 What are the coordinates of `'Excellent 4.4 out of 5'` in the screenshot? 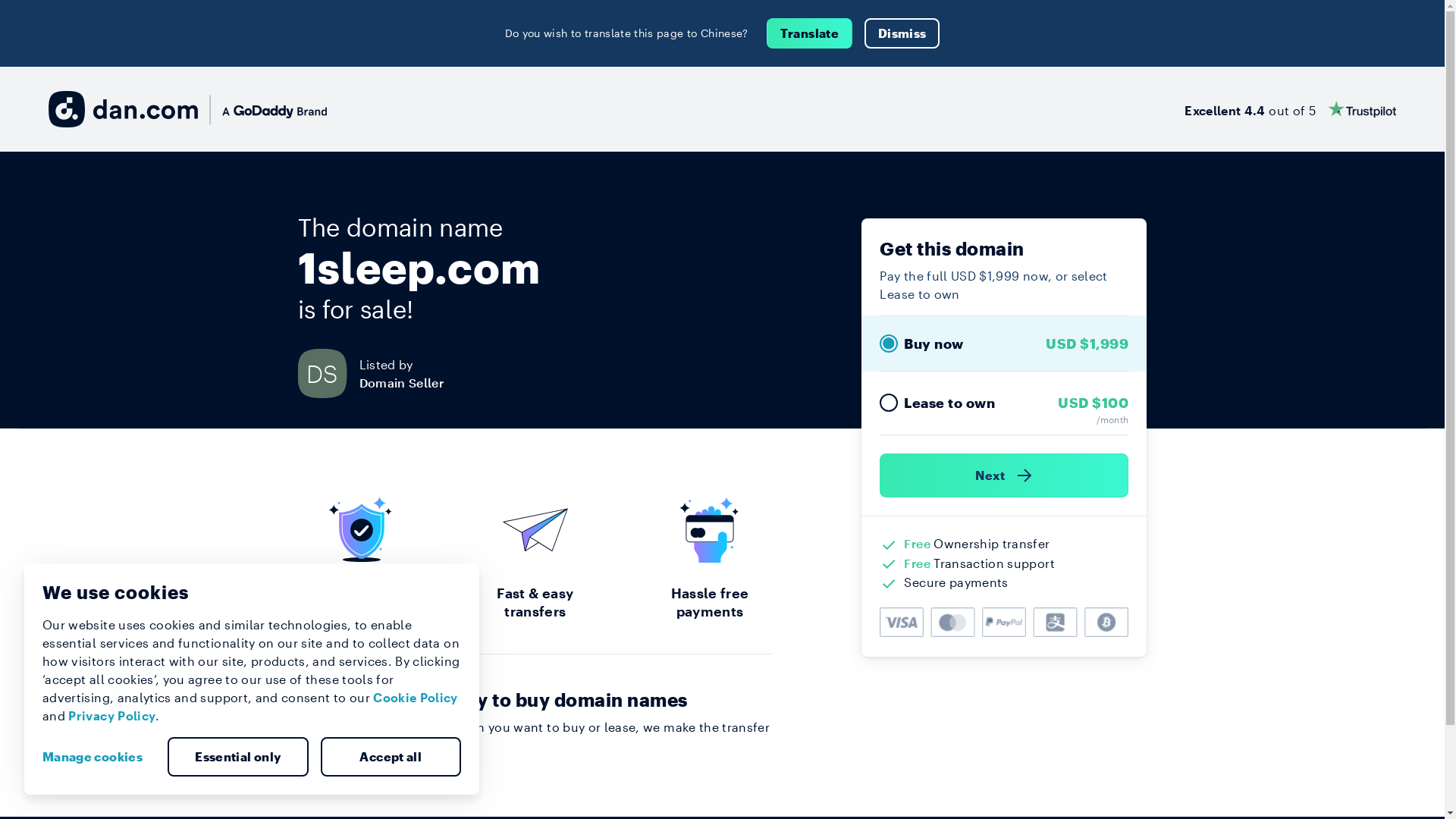 It's located at (1289, 108).